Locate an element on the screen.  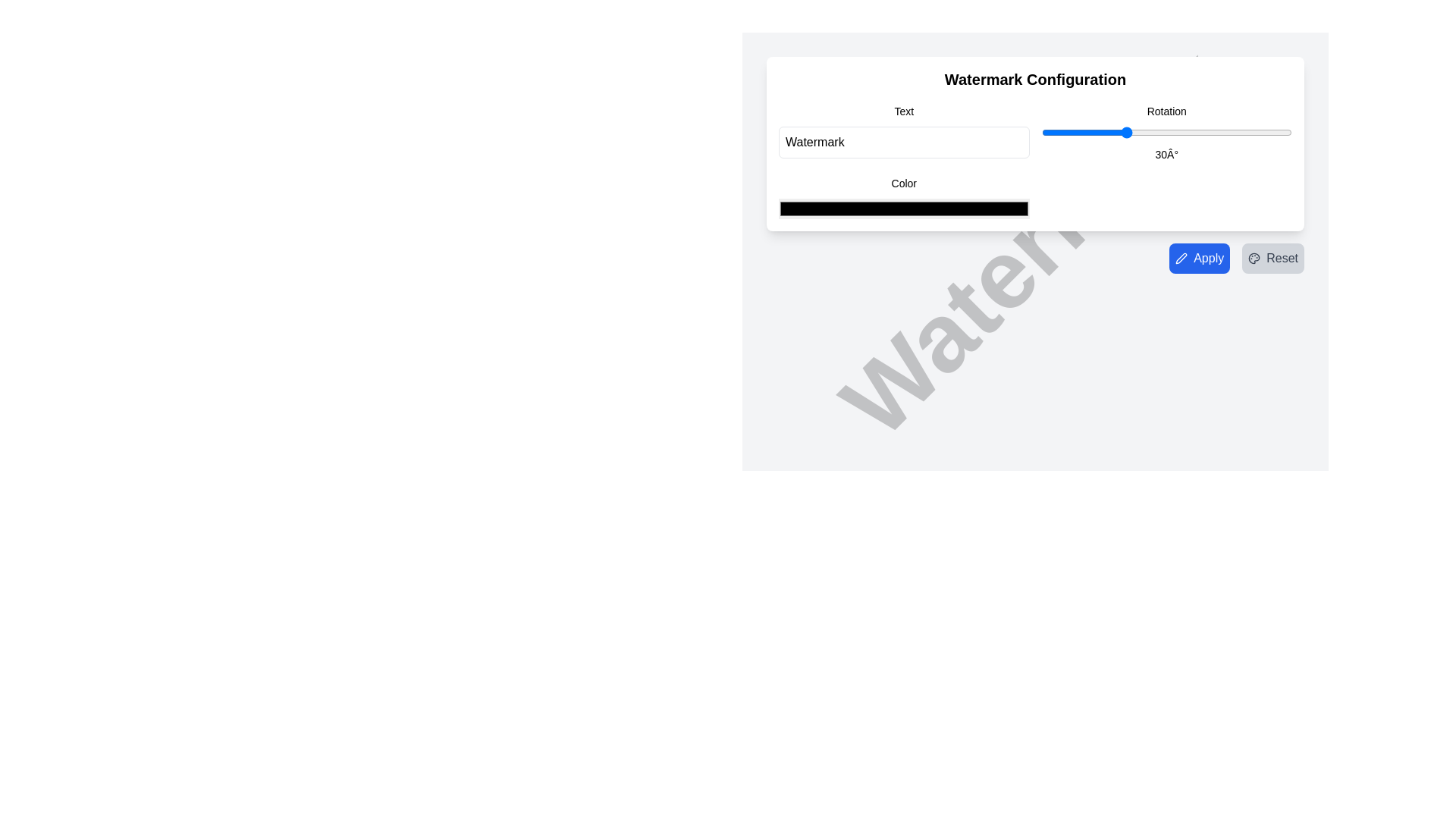
the 'Reset' button with a light gray background and a palette icon, located in the 'Watermark Configuration' dialog box is located at coordinates (1273, 257).